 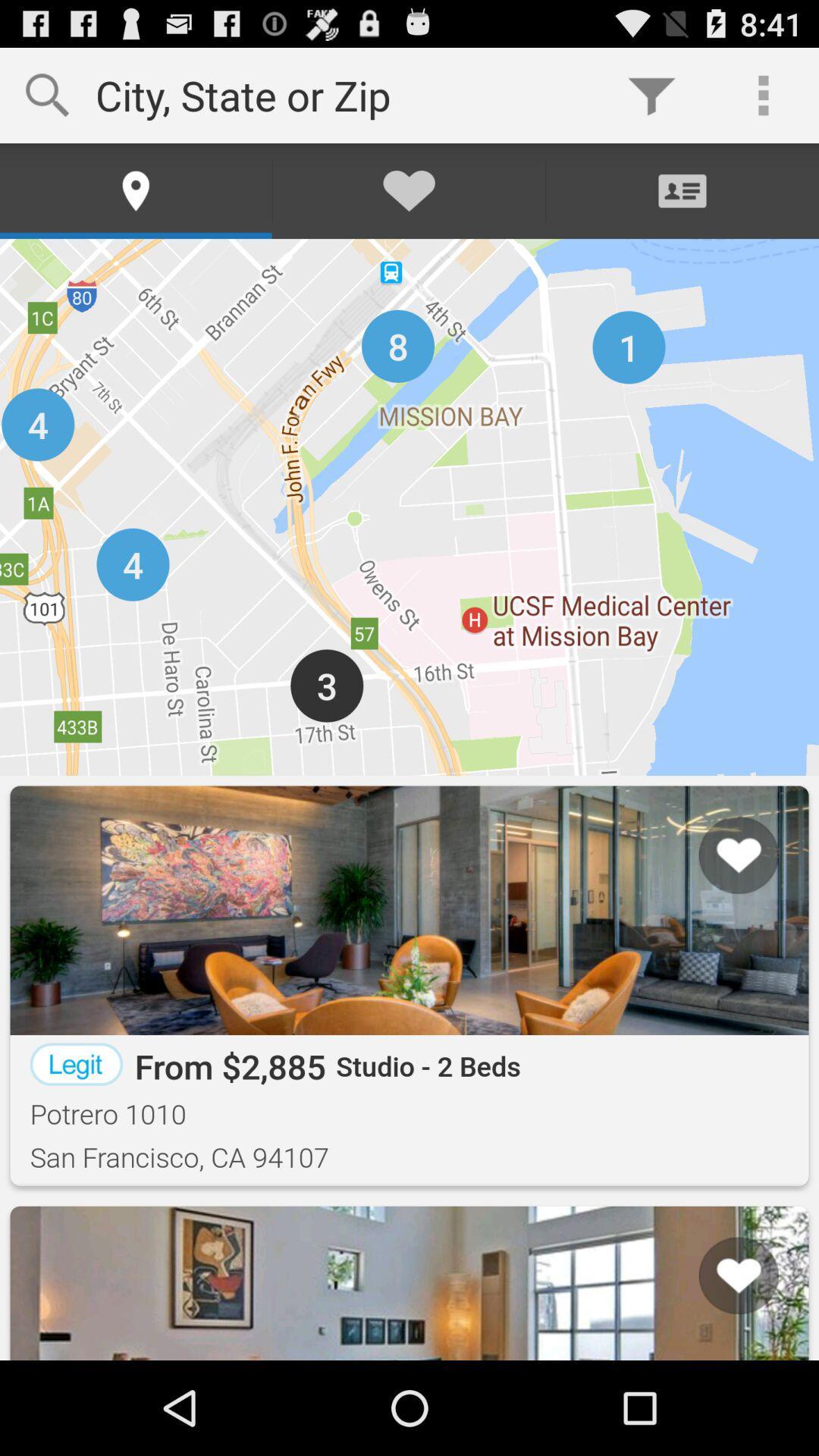 I want to click on the item above the potrero 1010 item, so click(x=76, y=1063).